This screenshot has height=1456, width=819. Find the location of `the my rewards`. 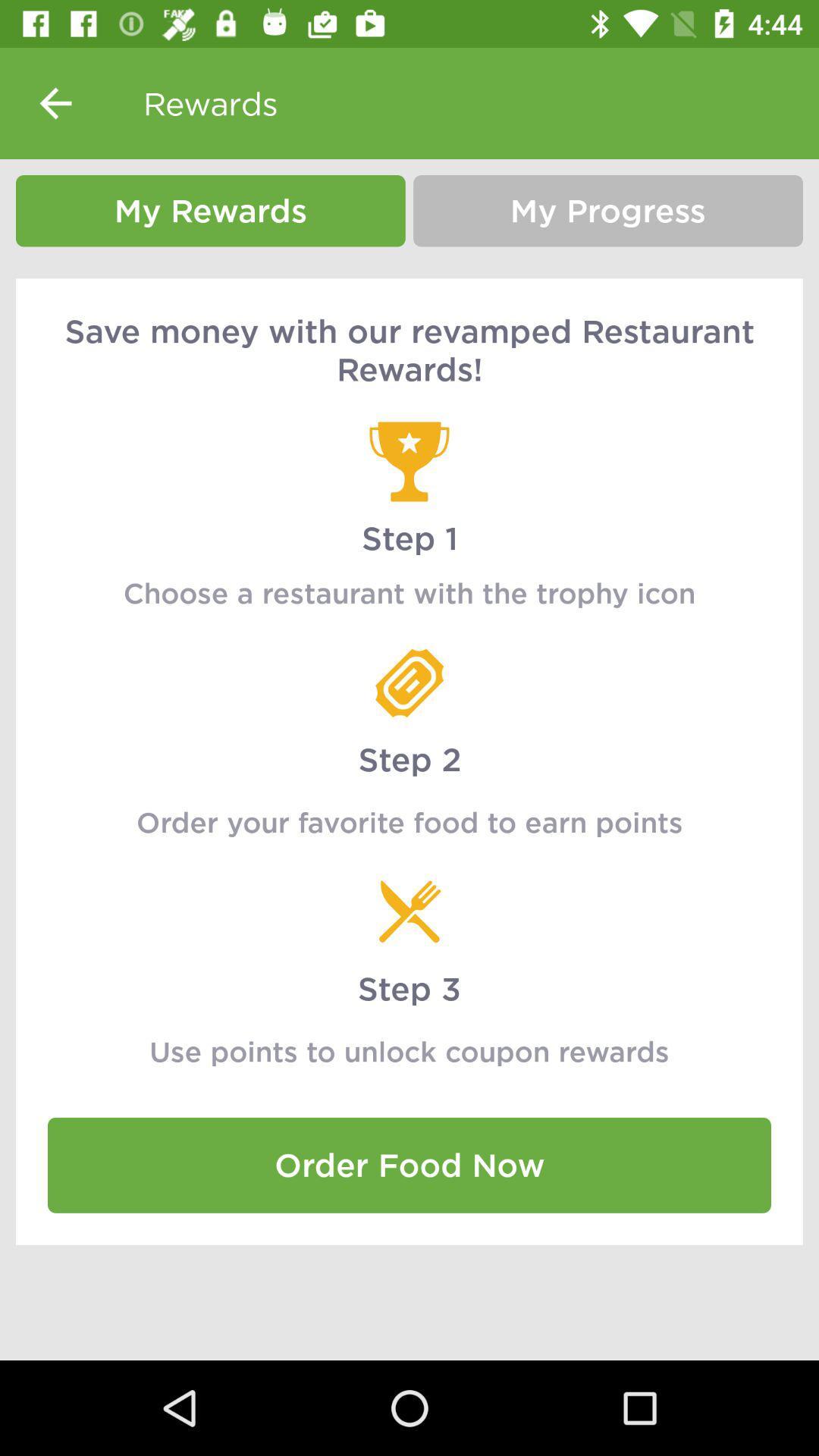

the my rewards is located at coordinates (210, 210).